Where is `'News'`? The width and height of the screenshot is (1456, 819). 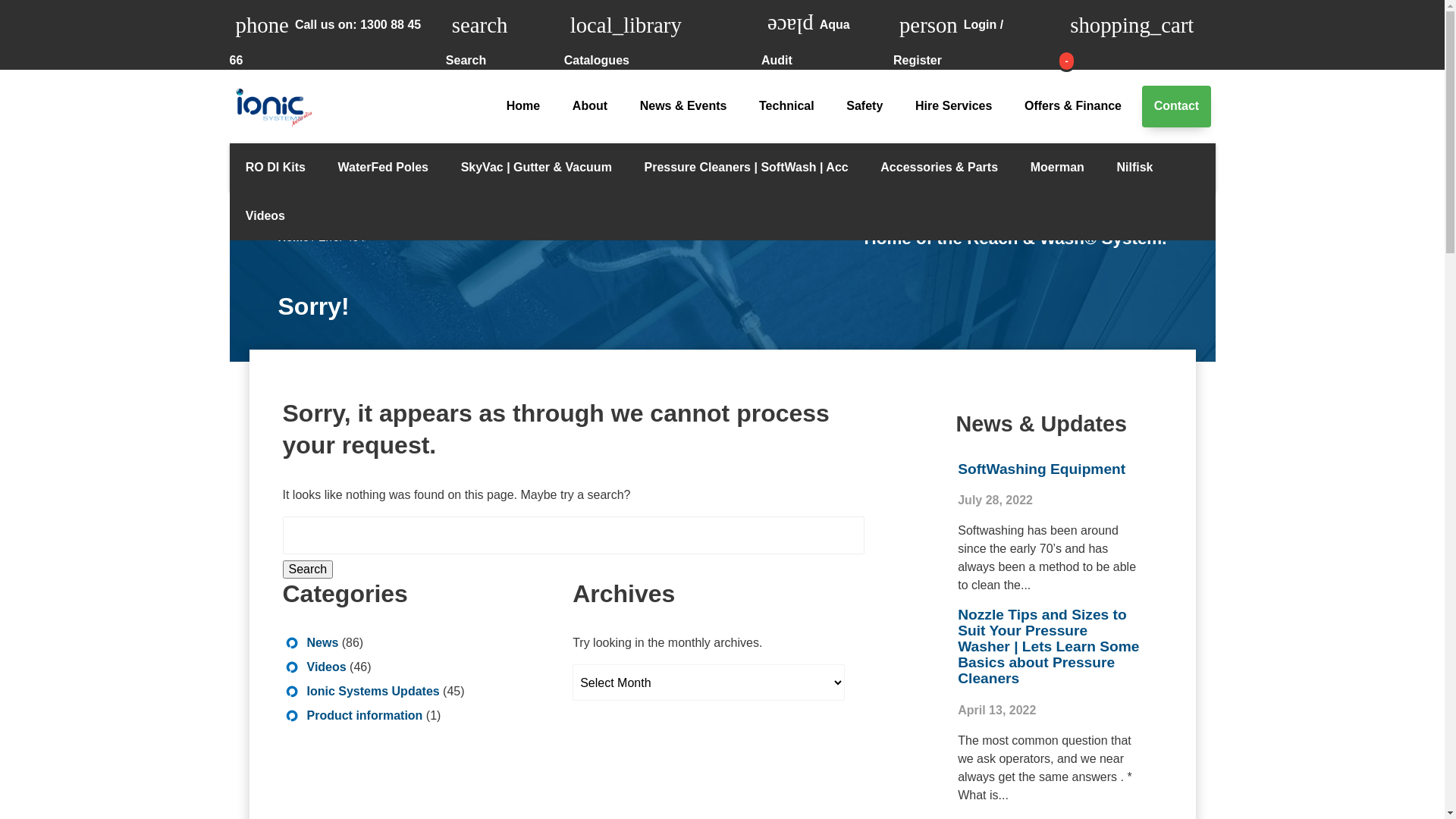
'News' is located at coordinates (305, 642).